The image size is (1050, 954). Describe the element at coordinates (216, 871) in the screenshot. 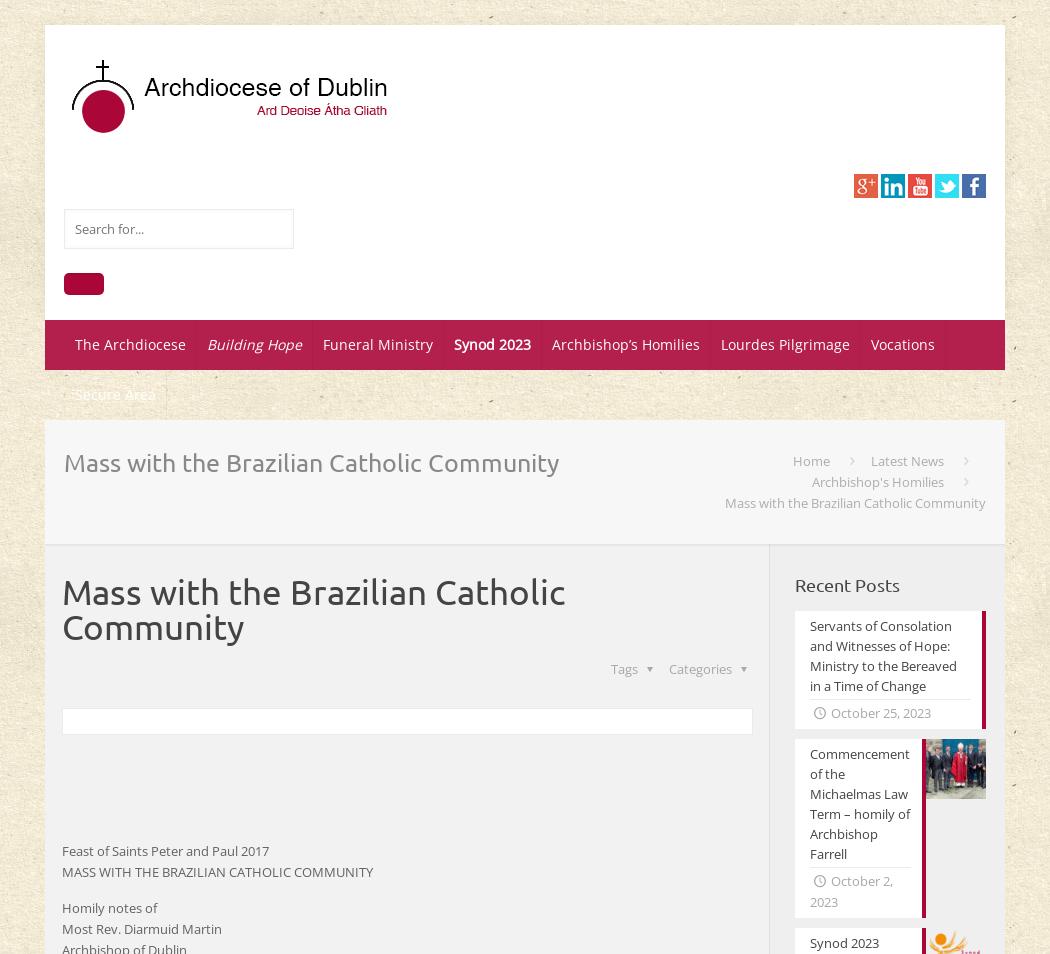

I see `'MASS WITH THE BRAZILIAN CATHOLIC COMMUNITY'` at that location.